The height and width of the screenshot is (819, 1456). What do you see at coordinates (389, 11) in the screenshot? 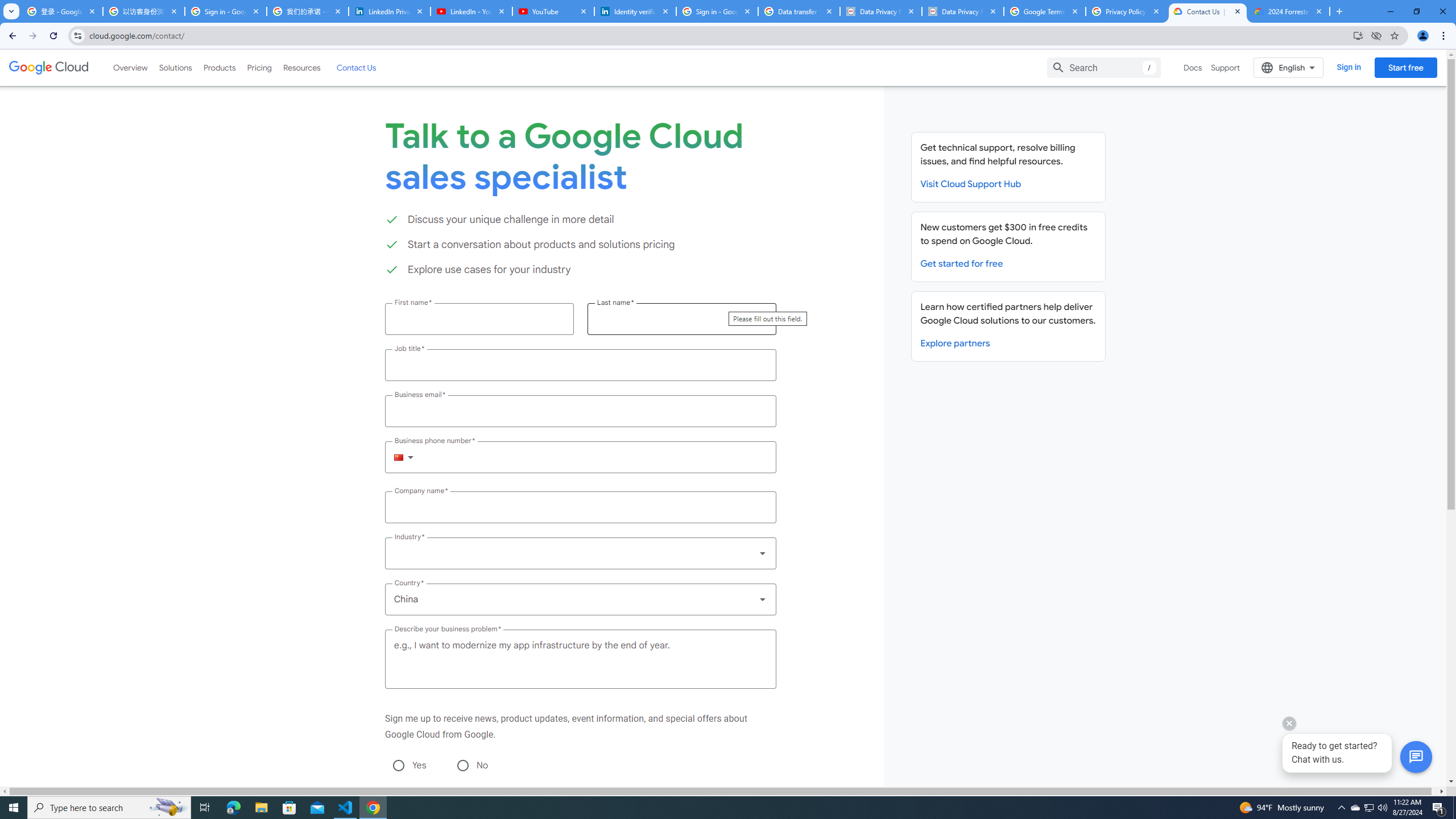
I see `'LinkedIn Privacy Policy'` at bounding box center [389, 11].